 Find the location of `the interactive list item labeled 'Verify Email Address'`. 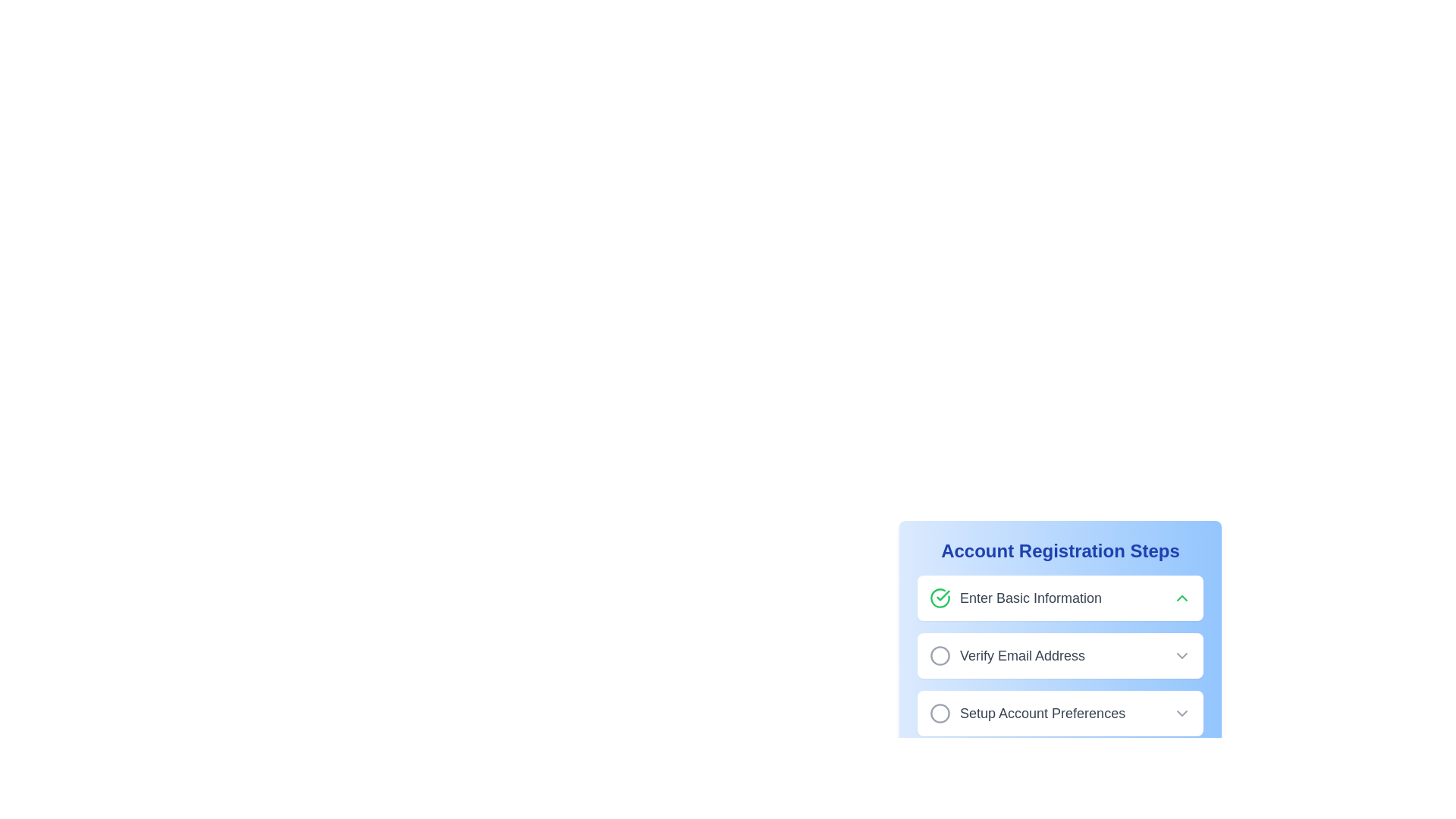

the interactive list item labeled 'Verify Email Address' is located at coordinates (1059, 654).